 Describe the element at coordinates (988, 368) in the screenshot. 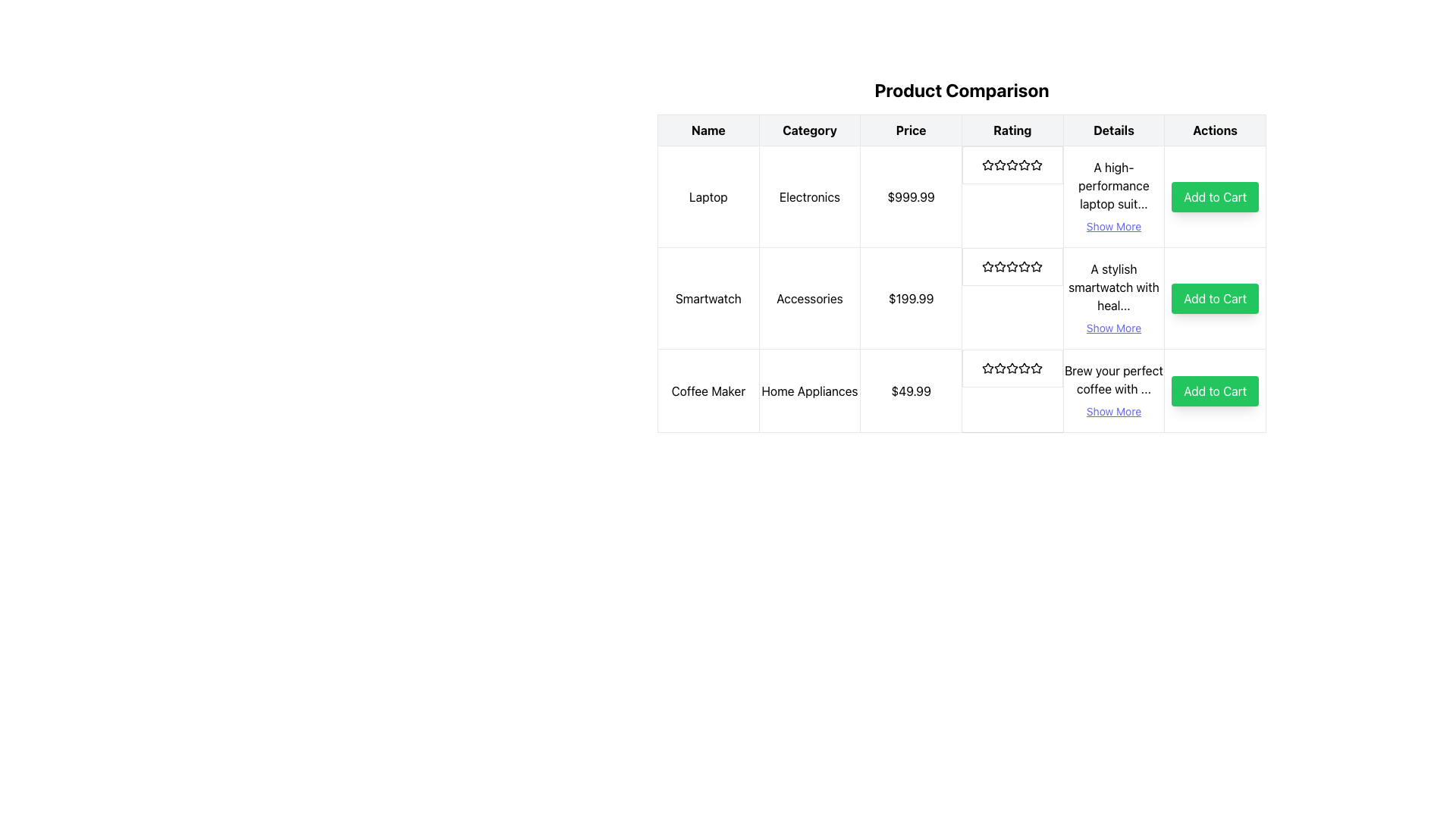

I see `the star icon indicating the rating for the product 'Coffee Maker' in the third row of the table` at that location.